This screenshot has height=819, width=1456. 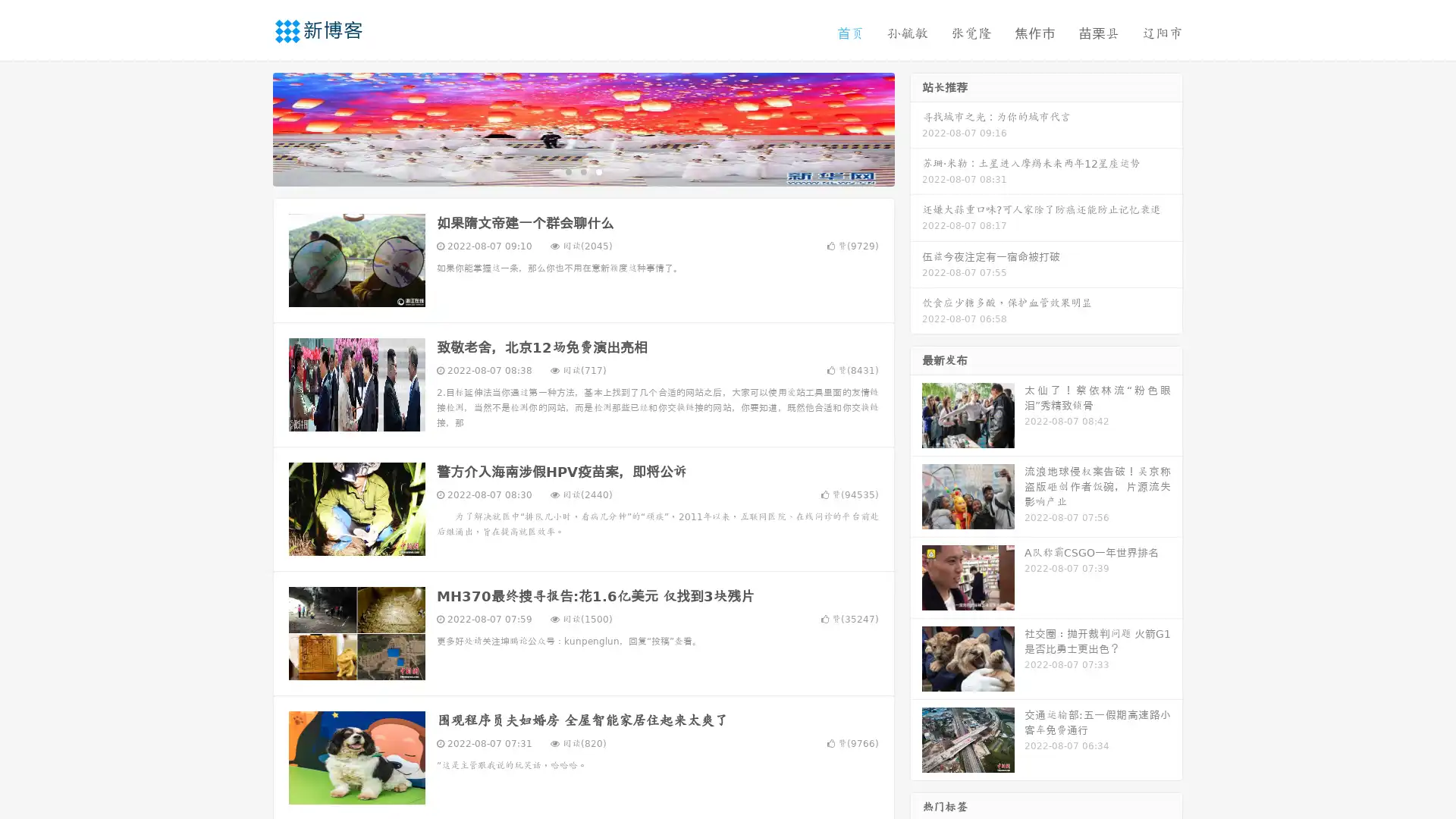 What do you see at coordinates (916, 127) in the screenshot?
I see `Next slide` at bounding box center [916, 127].